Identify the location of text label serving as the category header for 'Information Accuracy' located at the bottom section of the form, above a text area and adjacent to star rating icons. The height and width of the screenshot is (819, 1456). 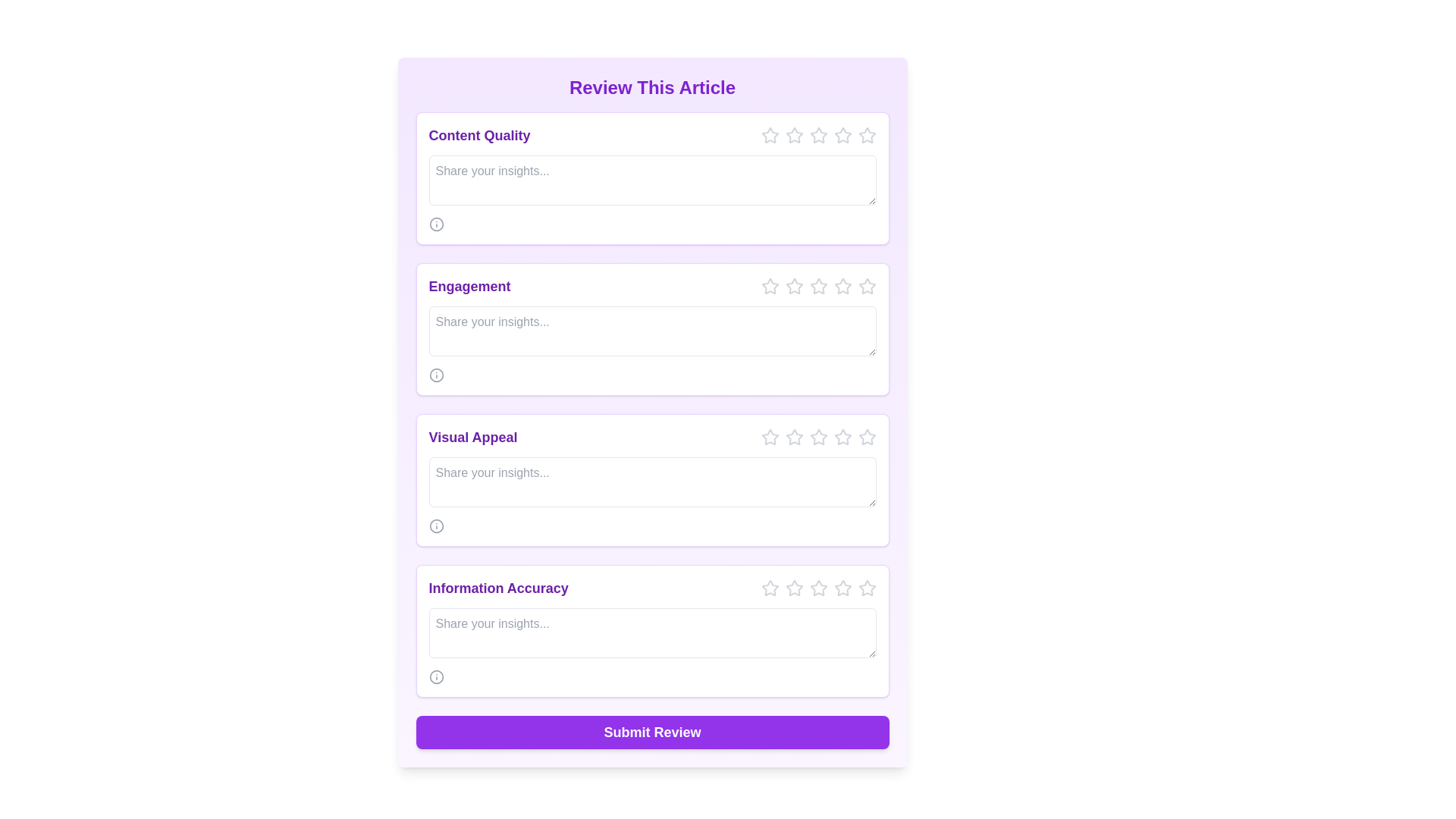
(498, 587).